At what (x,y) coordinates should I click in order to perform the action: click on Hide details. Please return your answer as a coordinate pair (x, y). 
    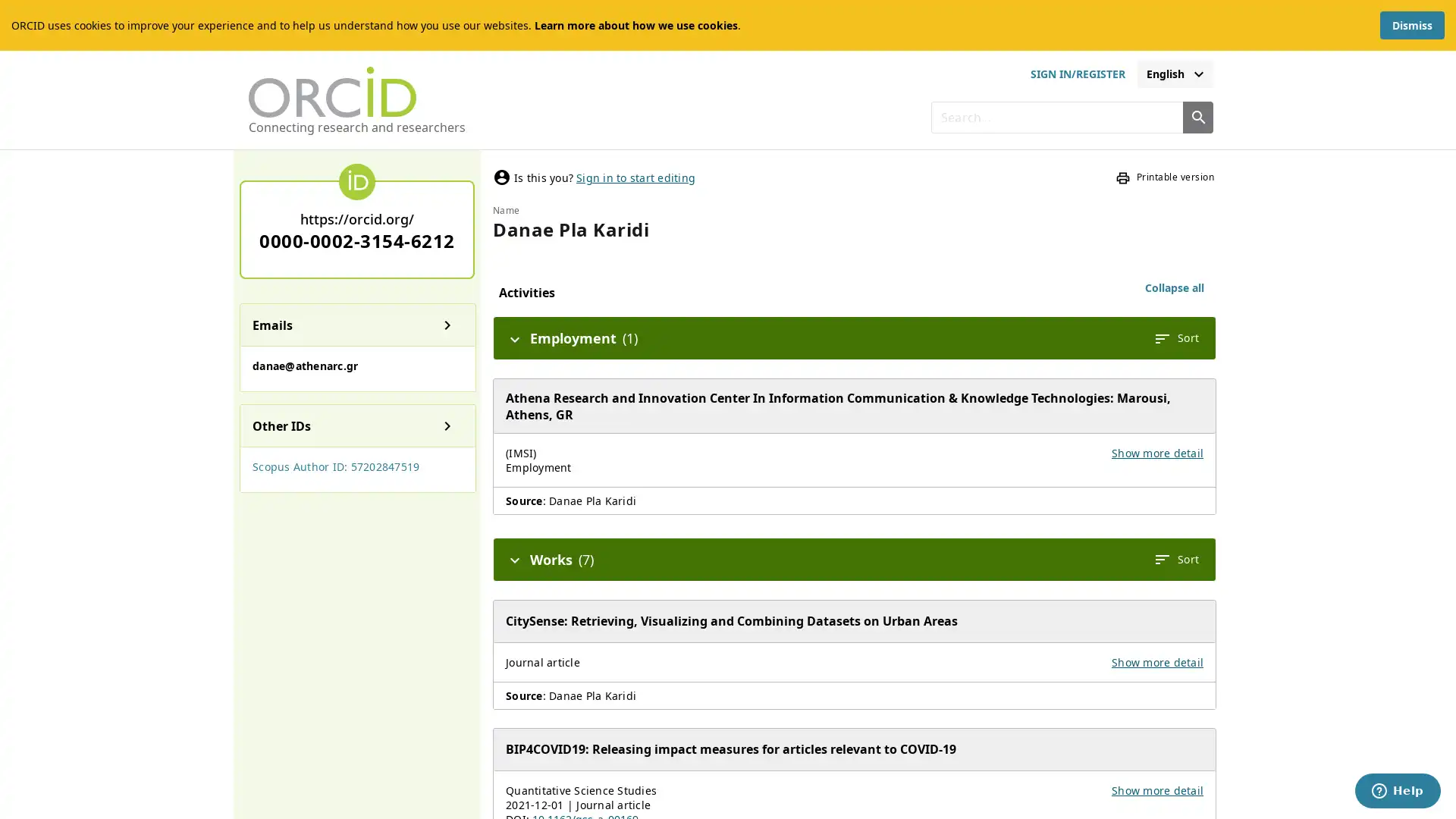
    Looking at the image, I should click on (514, 558).